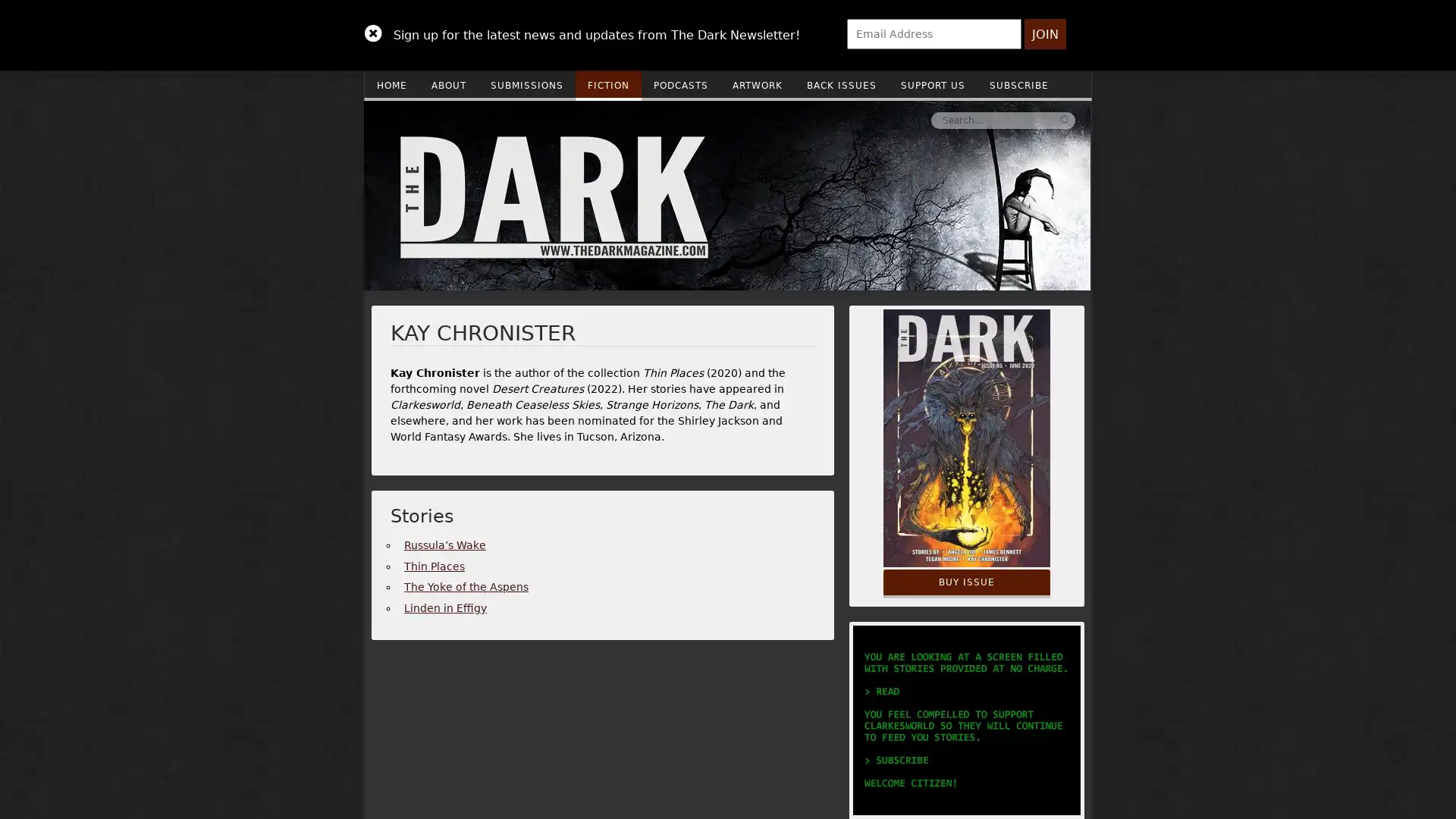 This screenshot has height=819, width=1456. Describe the element at coordinates (836, 119) in the screenshot. I see `Search` at that location.